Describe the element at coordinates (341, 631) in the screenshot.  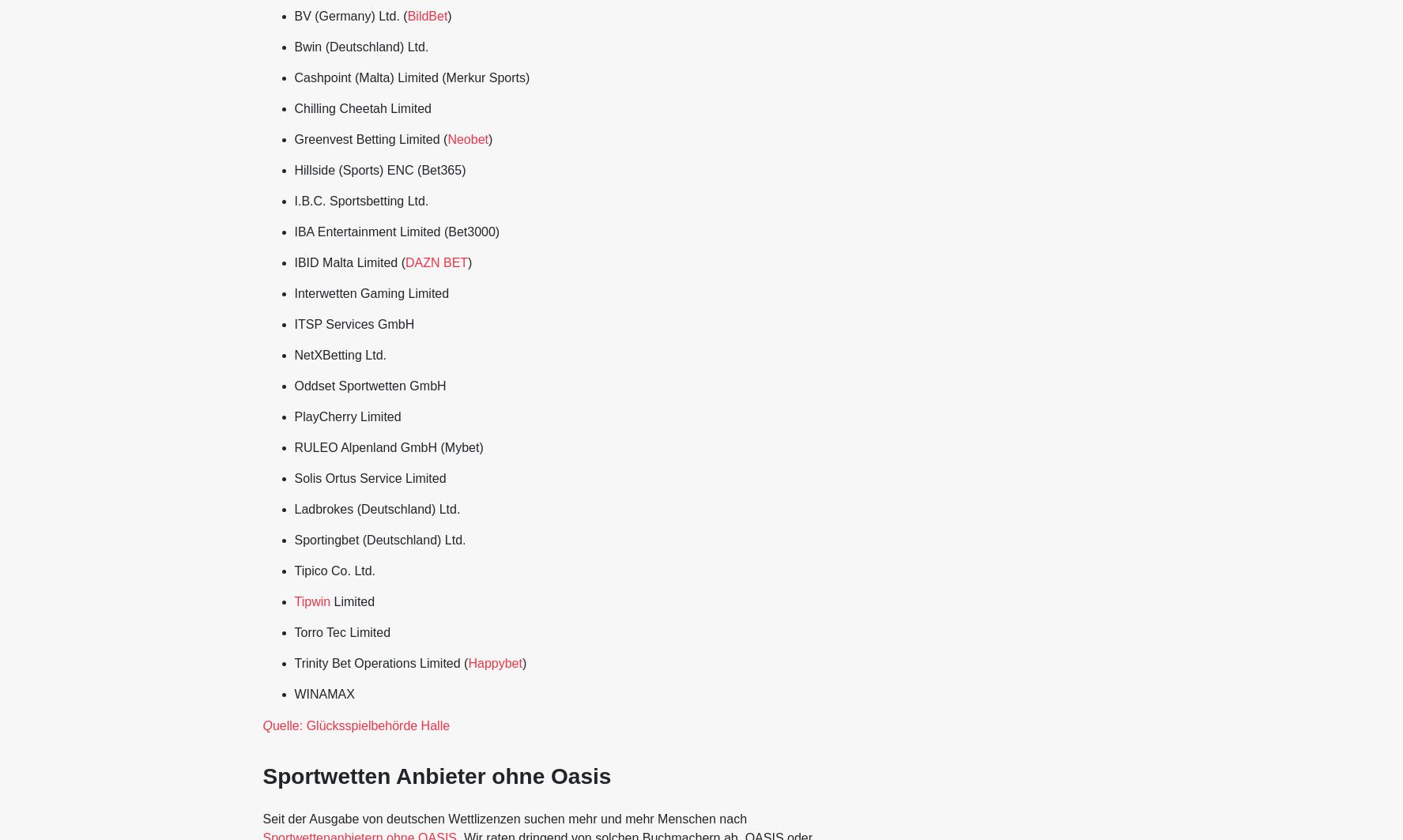
I see `'Torro Tec Limited'` at that location.